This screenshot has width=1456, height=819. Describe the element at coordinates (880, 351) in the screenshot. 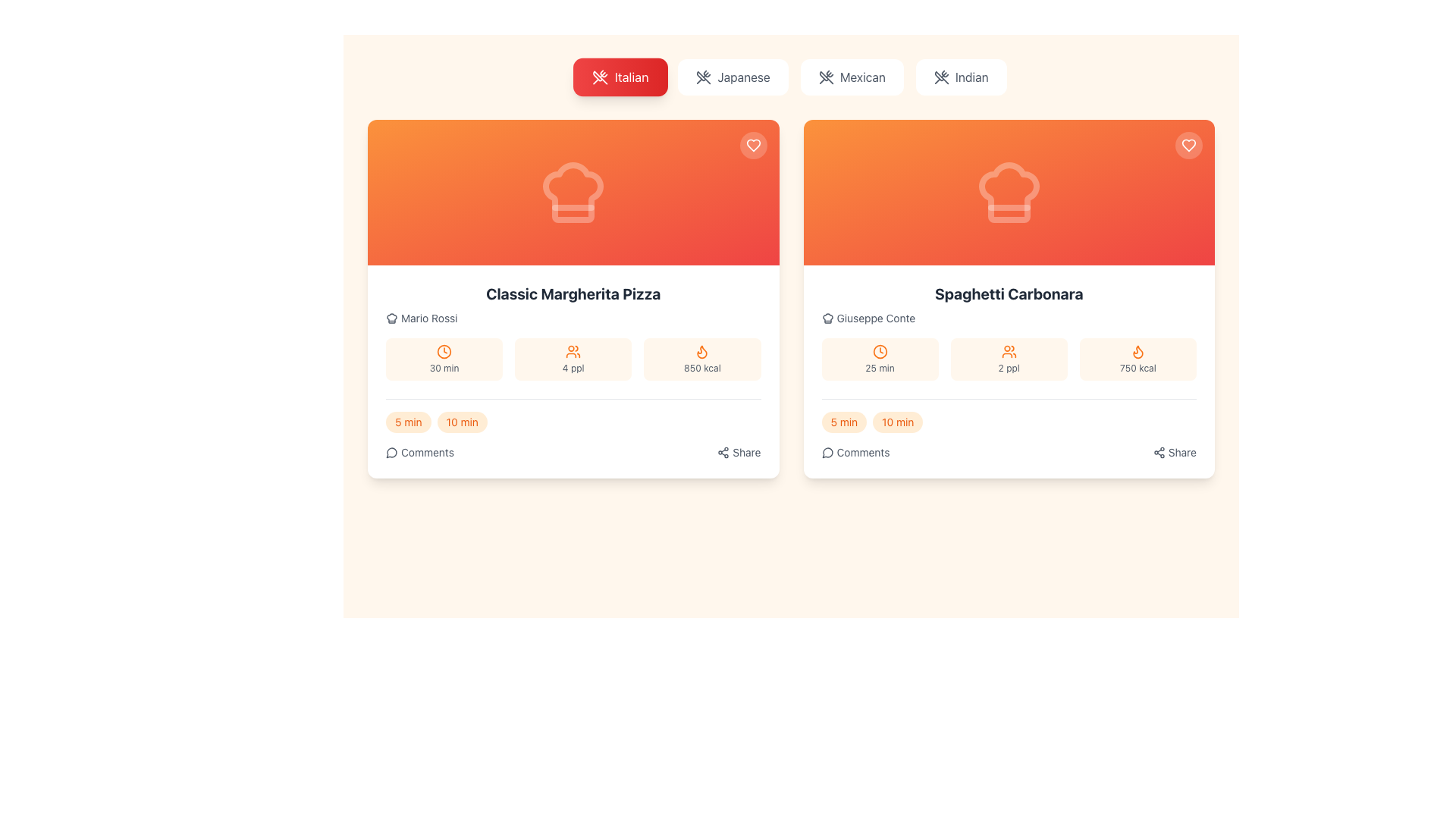

I see `circular stroke of the orange clock icon located within the second recipe card titled 'Spaghetti Carbonara', which is displayed alongside the preparation time text ('25 min')` at that location.